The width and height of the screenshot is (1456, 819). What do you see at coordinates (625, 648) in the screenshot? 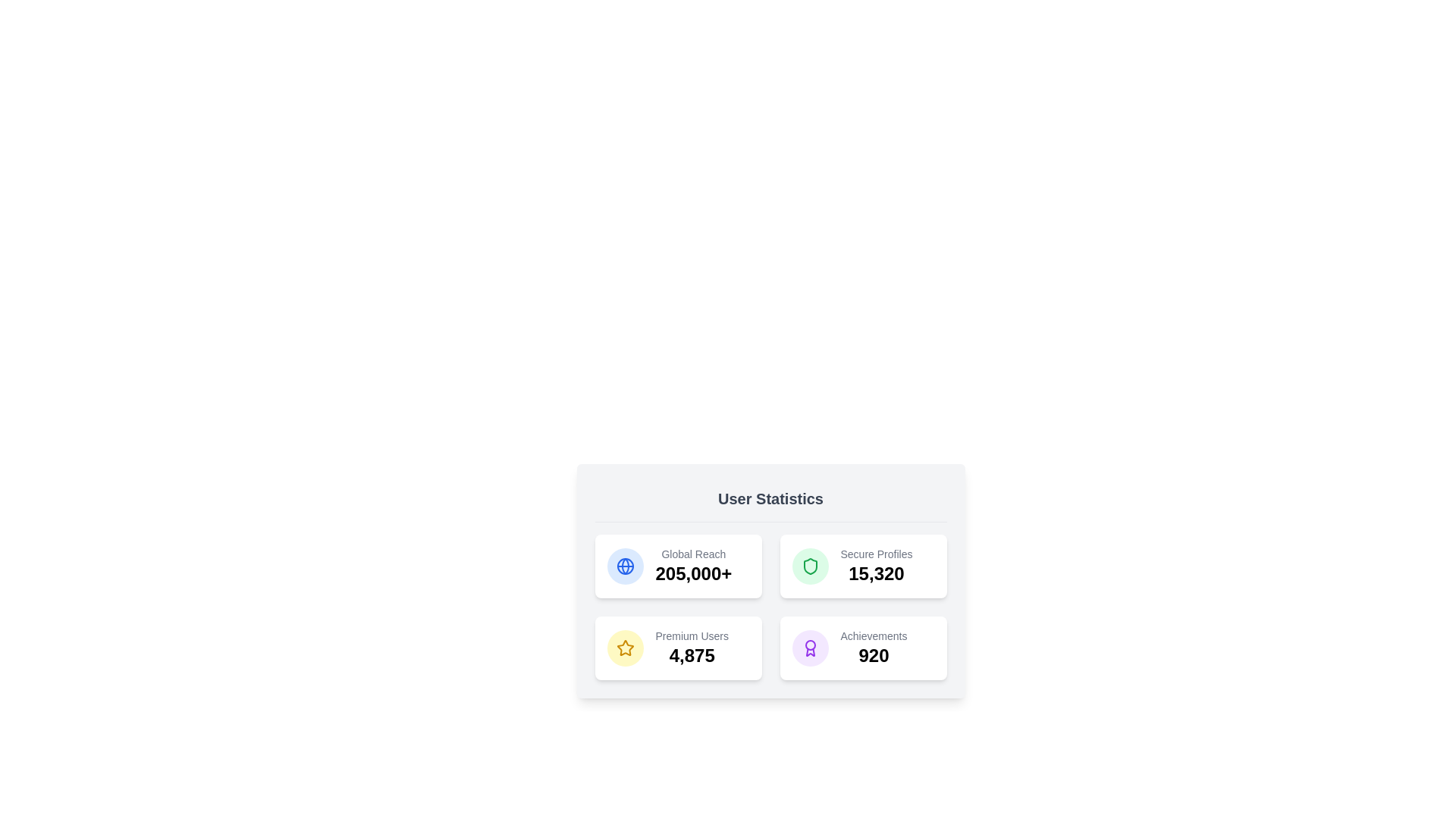
I see `the star-shaped icon with a yellow outline located in the 'Premium Users' section of the 'User Statistics' card` at bounding box center [625, 648].